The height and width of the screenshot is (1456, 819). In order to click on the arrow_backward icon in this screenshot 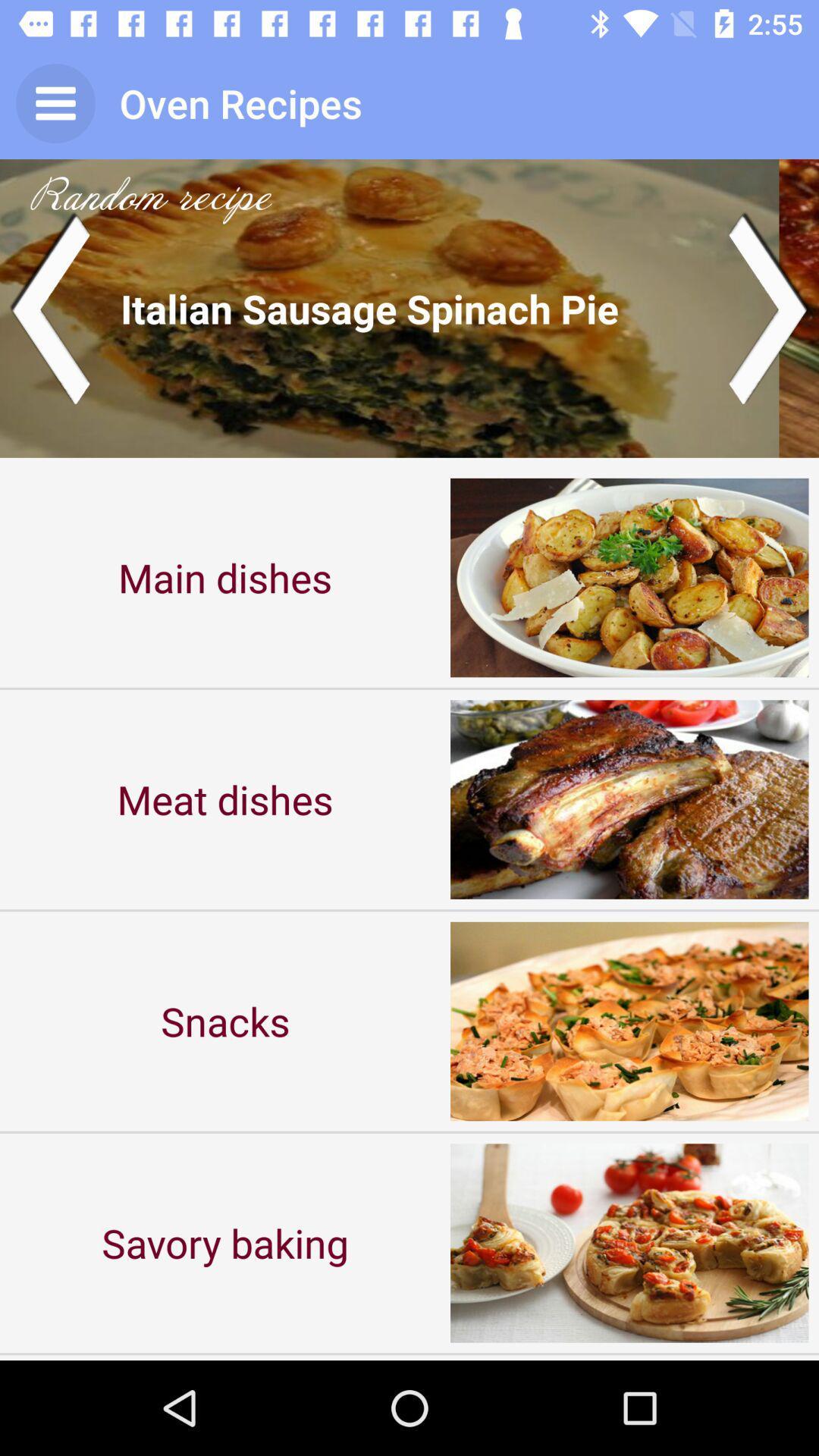, I will do `click(49, 307)`.